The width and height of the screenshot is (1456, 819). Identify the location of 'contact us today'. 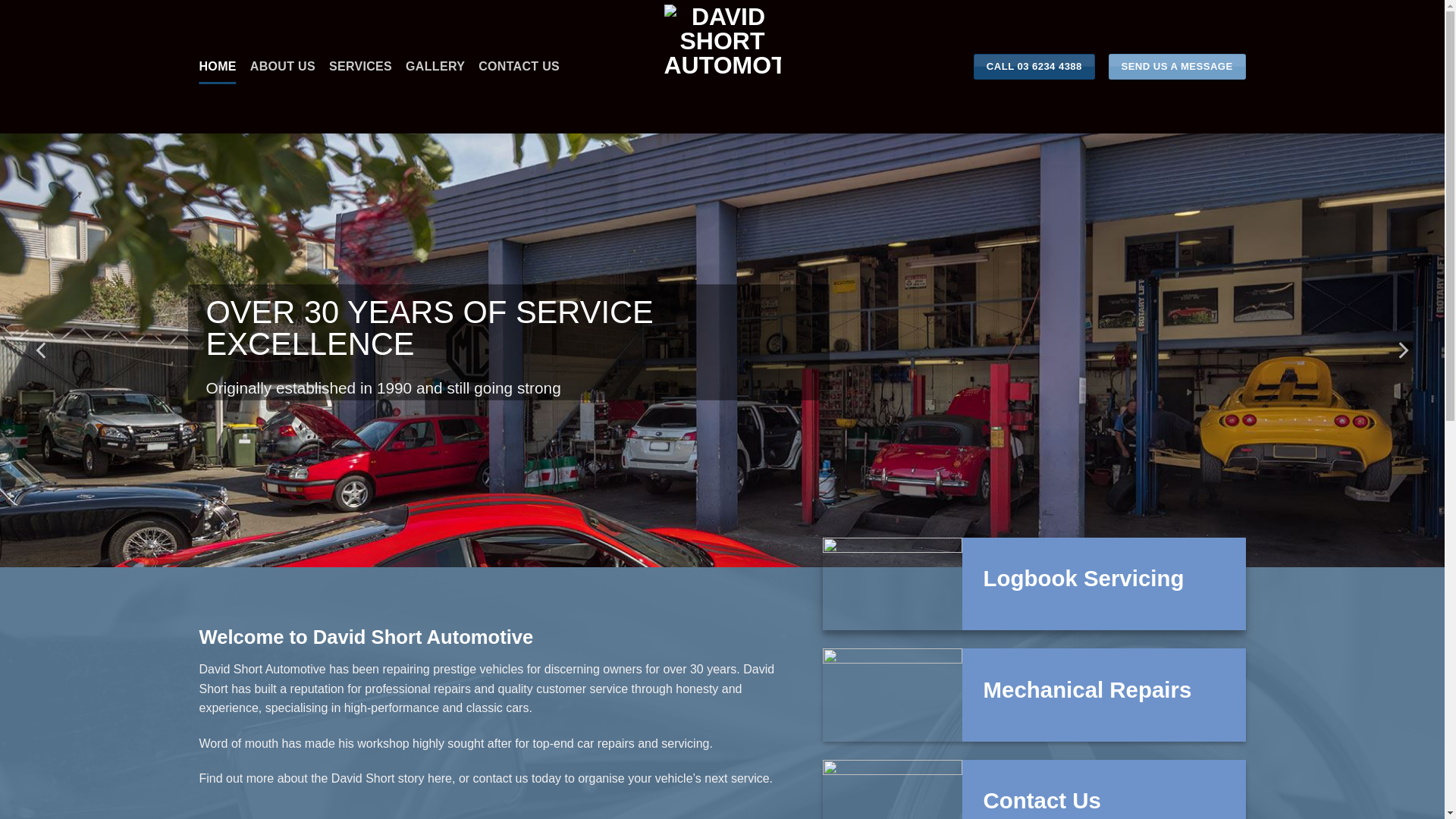
(517, 778).